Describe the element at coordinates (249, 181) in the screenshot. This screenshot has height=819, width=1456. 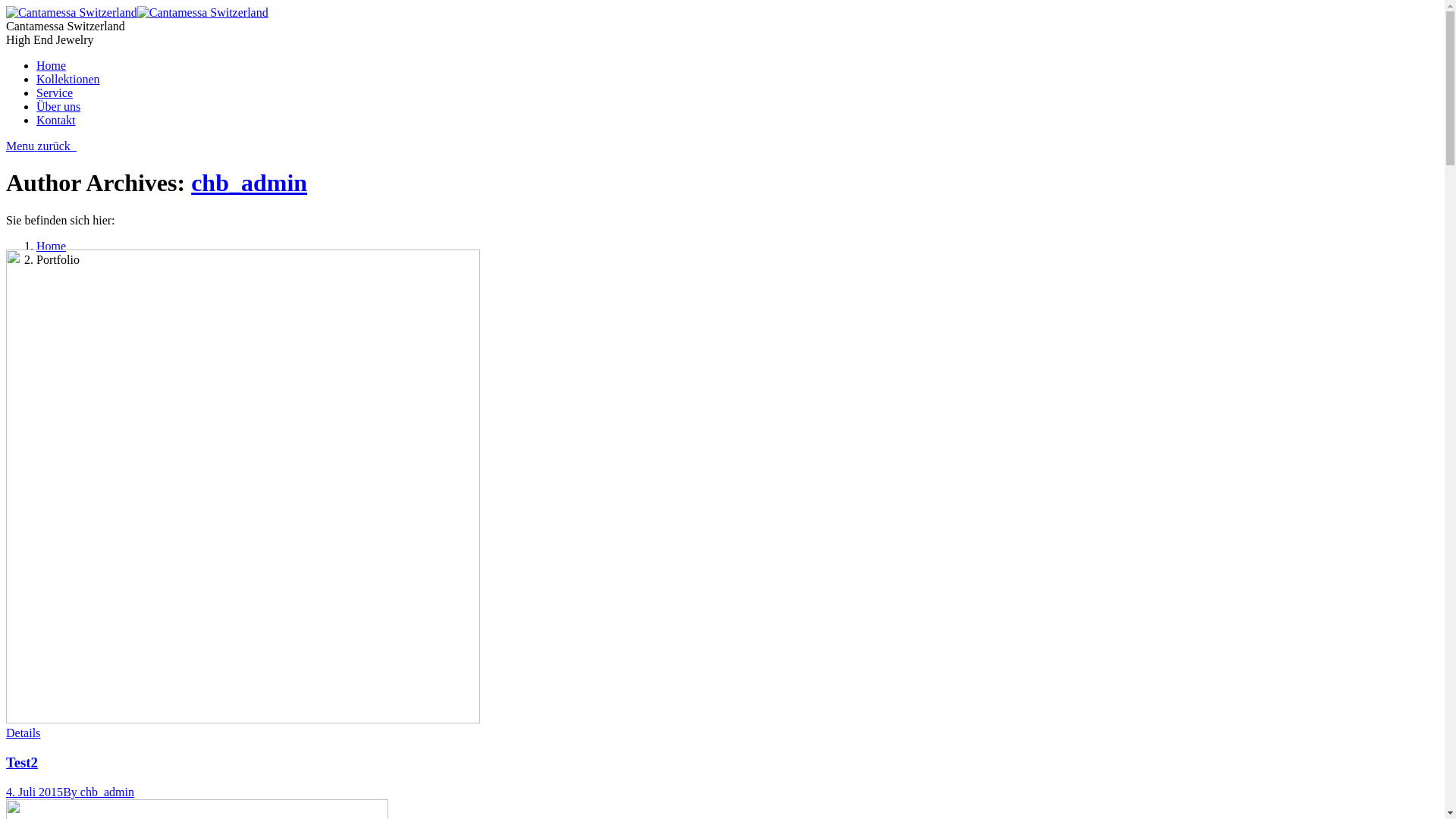
I see `'chb_admin'` at that location.